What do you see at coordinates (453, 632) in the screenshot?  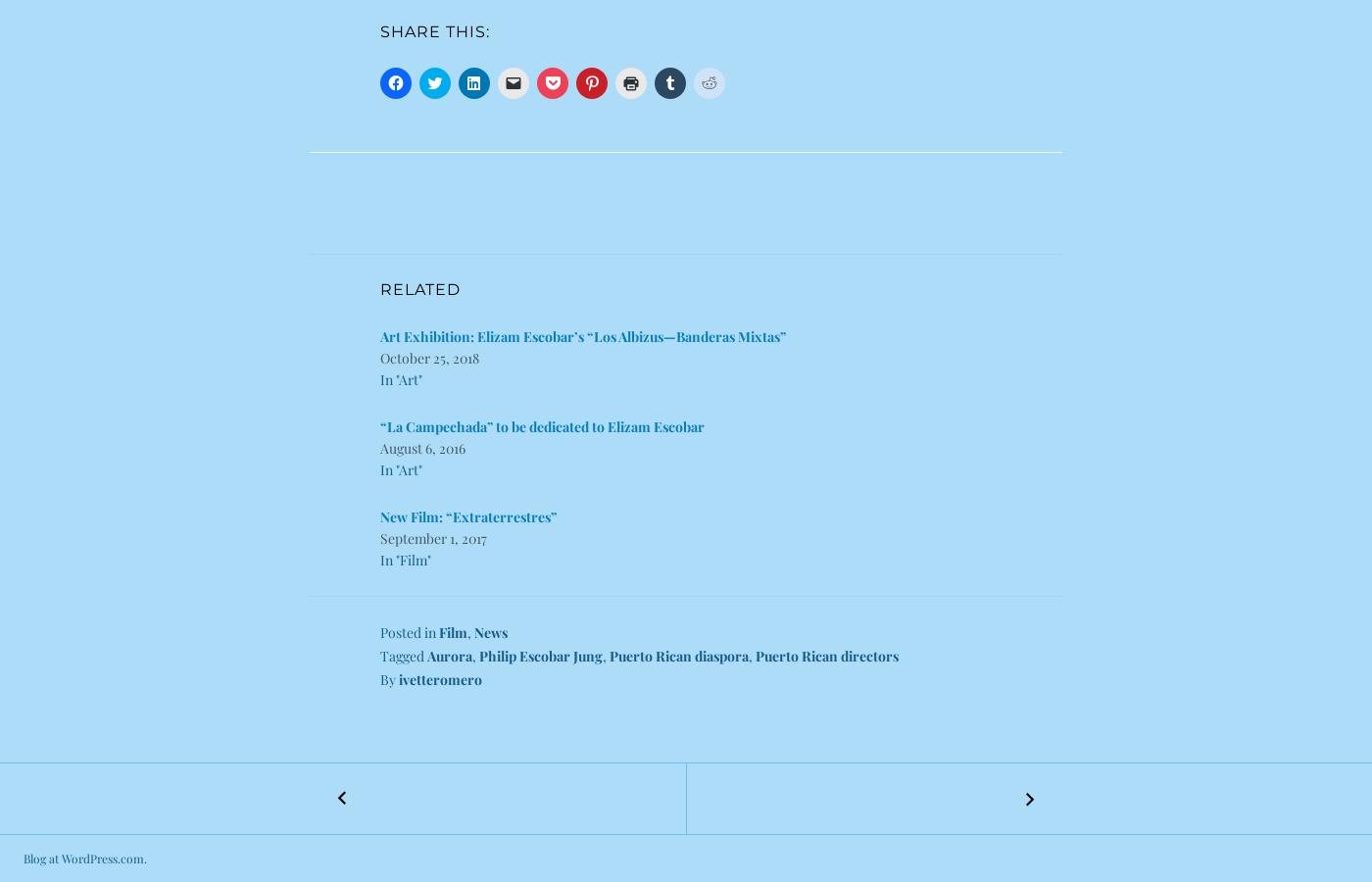 I see `'Film'` at bounding box center [453, 632].